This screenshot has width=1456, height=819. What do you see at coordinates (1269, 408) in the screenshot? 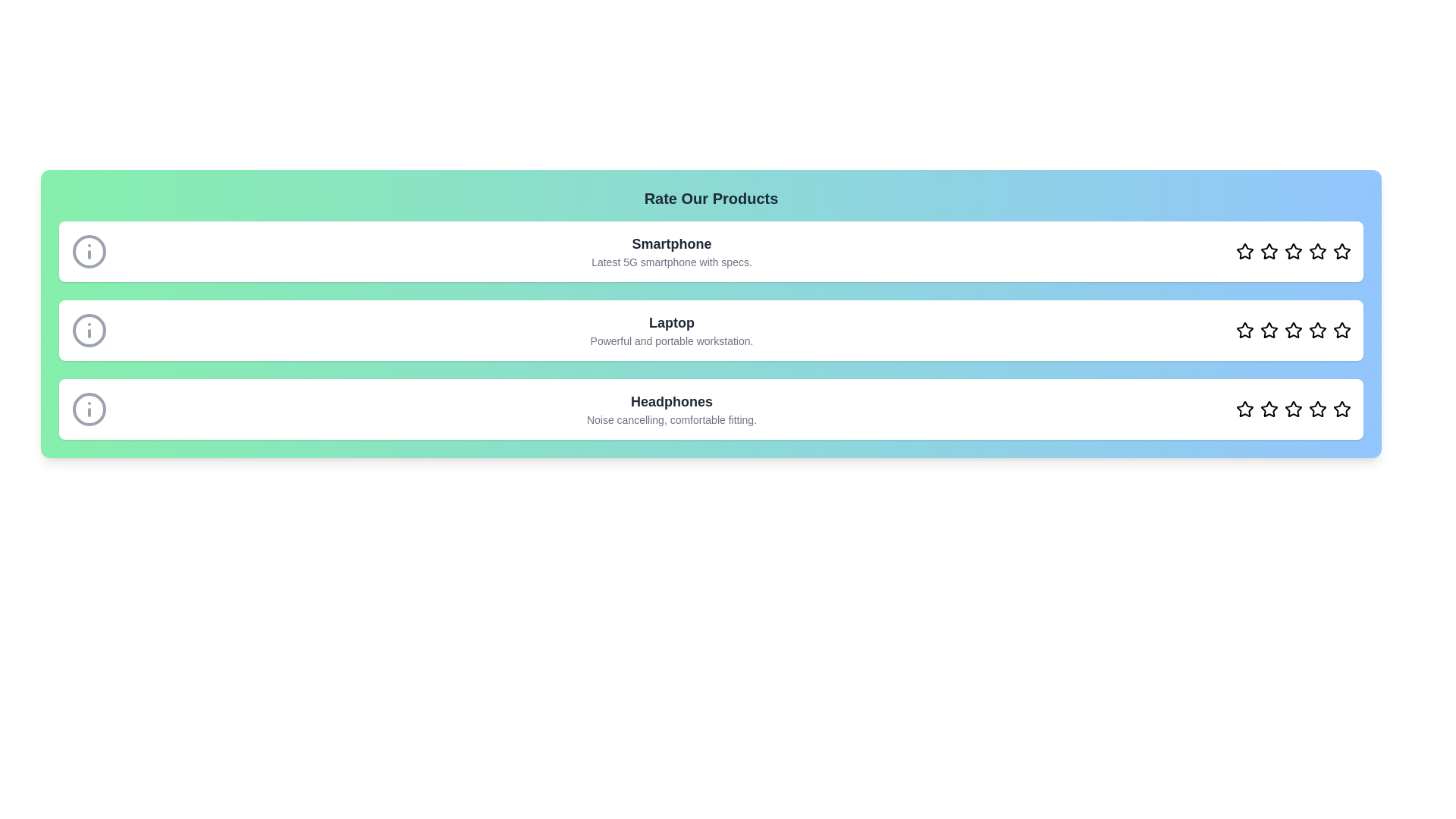
I see `the second star in the row of five rating stars in the 'Headphones' section` at bounding box center [1269, 408].